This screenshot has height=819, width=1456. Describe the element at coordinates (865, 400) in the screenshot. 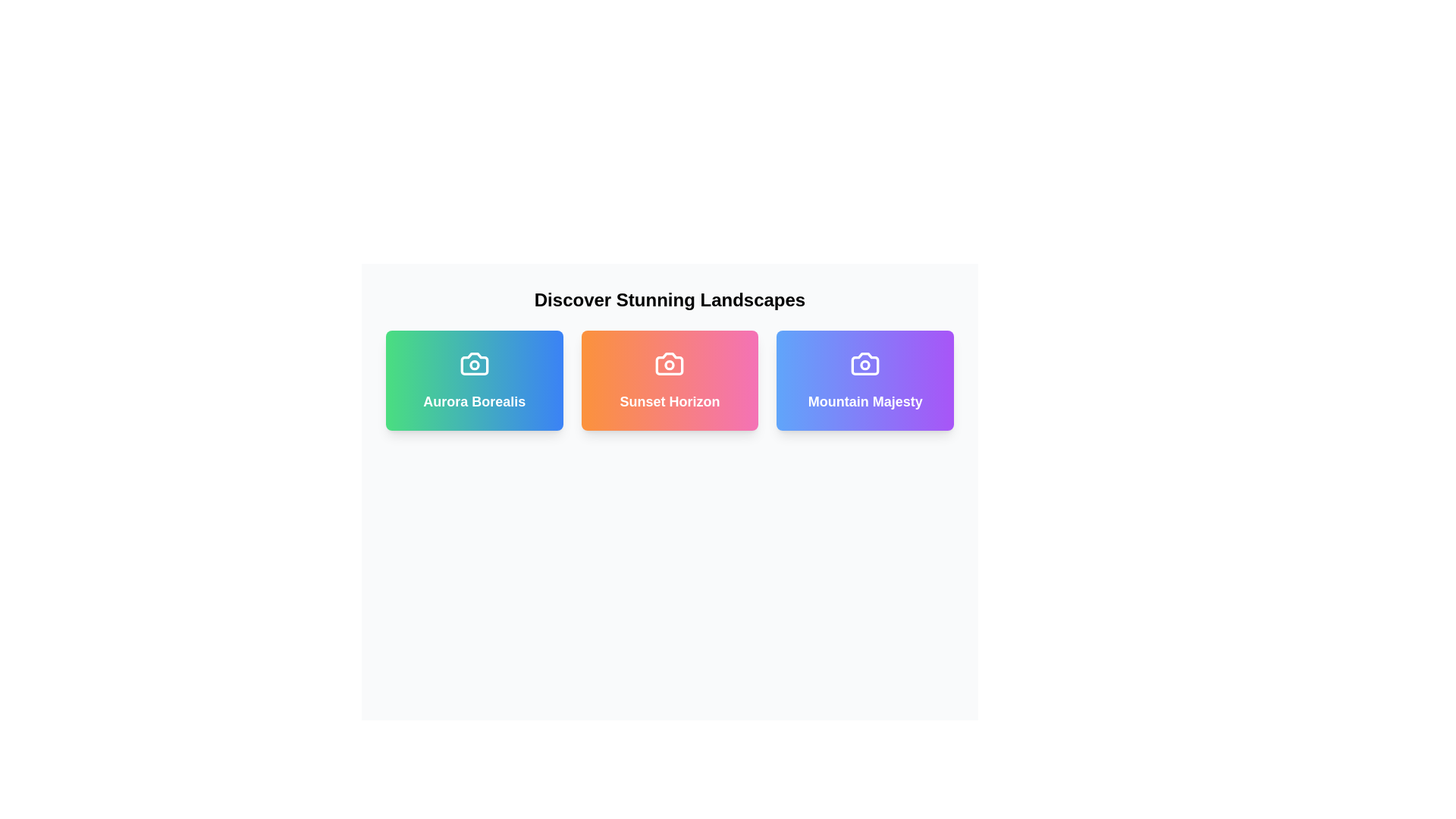

I see `the static text element that serves as the title of the card labeled 'Mountain Majesty', located at the bottom center of the rightmost card in a horizontal set of three cards` at that location.